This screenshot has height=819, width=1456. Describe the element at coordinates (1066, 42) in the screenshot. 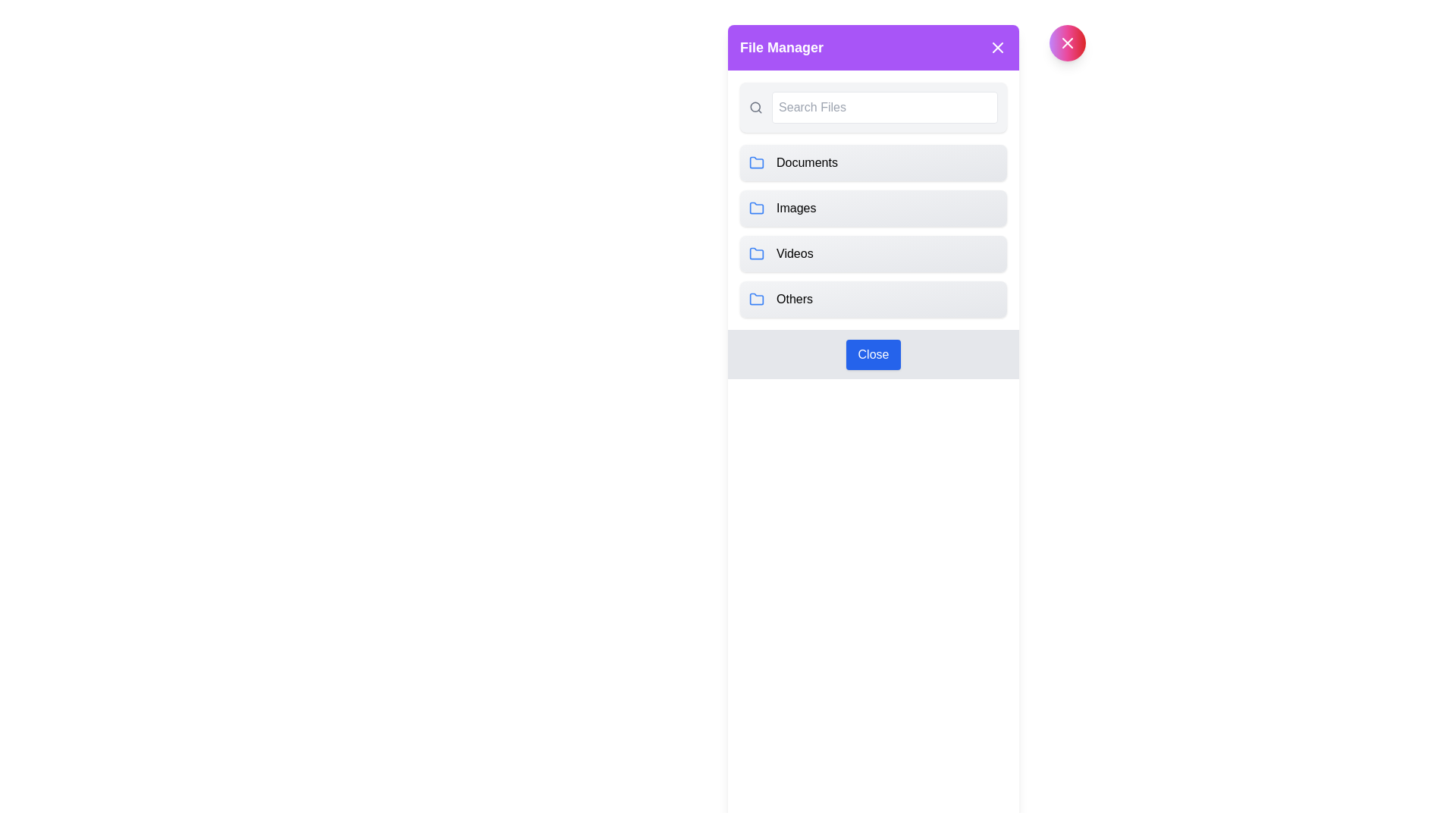

I see `the circular button with a gradient fill and a white 'X' icon located in the upper right corner of the File Manager interface to trigger a scale animation` at that location.